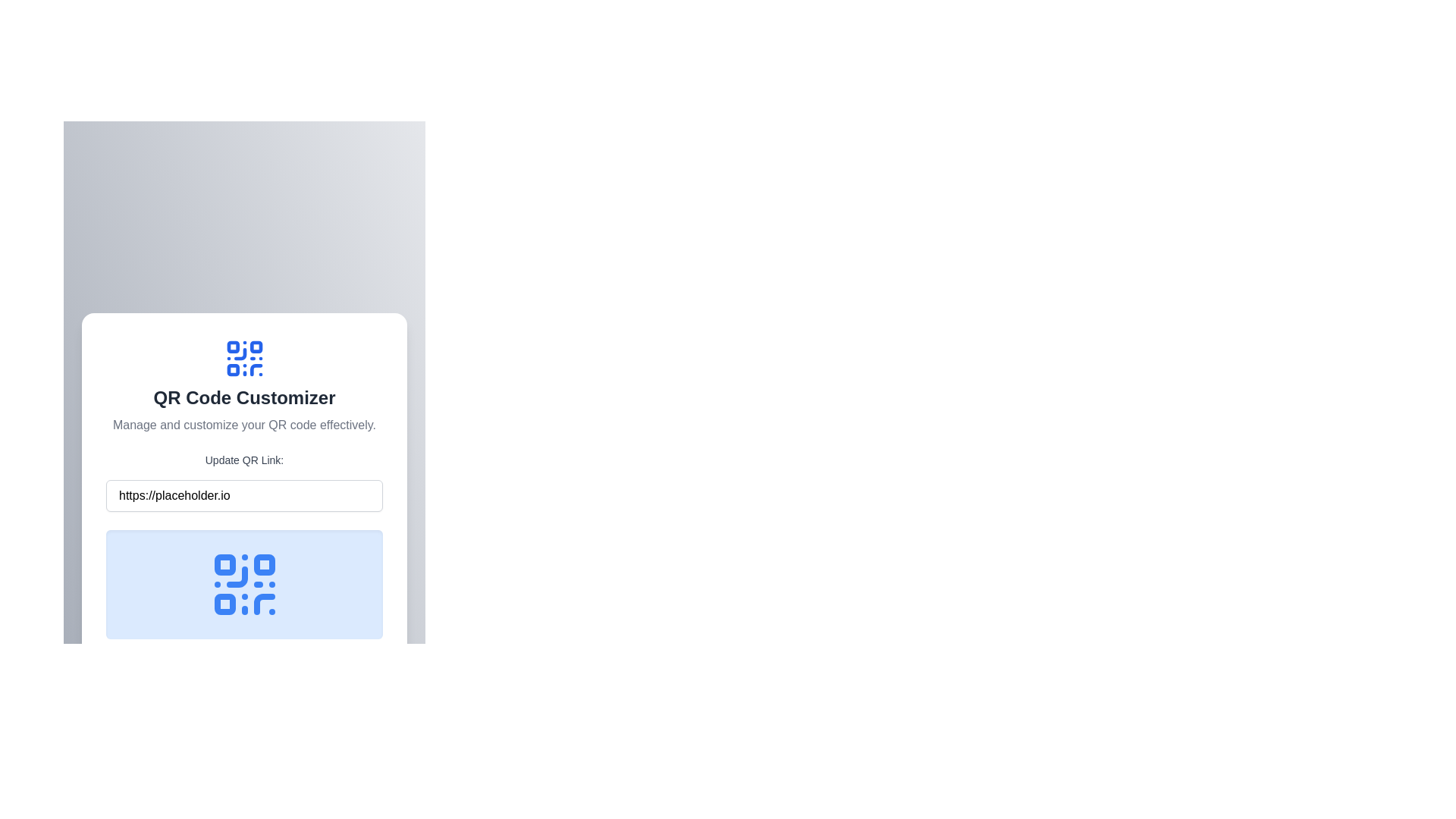 This screenshot has width=1456, height=819. Describe the element at coordinates (244, 359) in the screenshot. I see `the QR code icon located at the top of the card layout, above the title 'QR Code Customizer'` at that location.